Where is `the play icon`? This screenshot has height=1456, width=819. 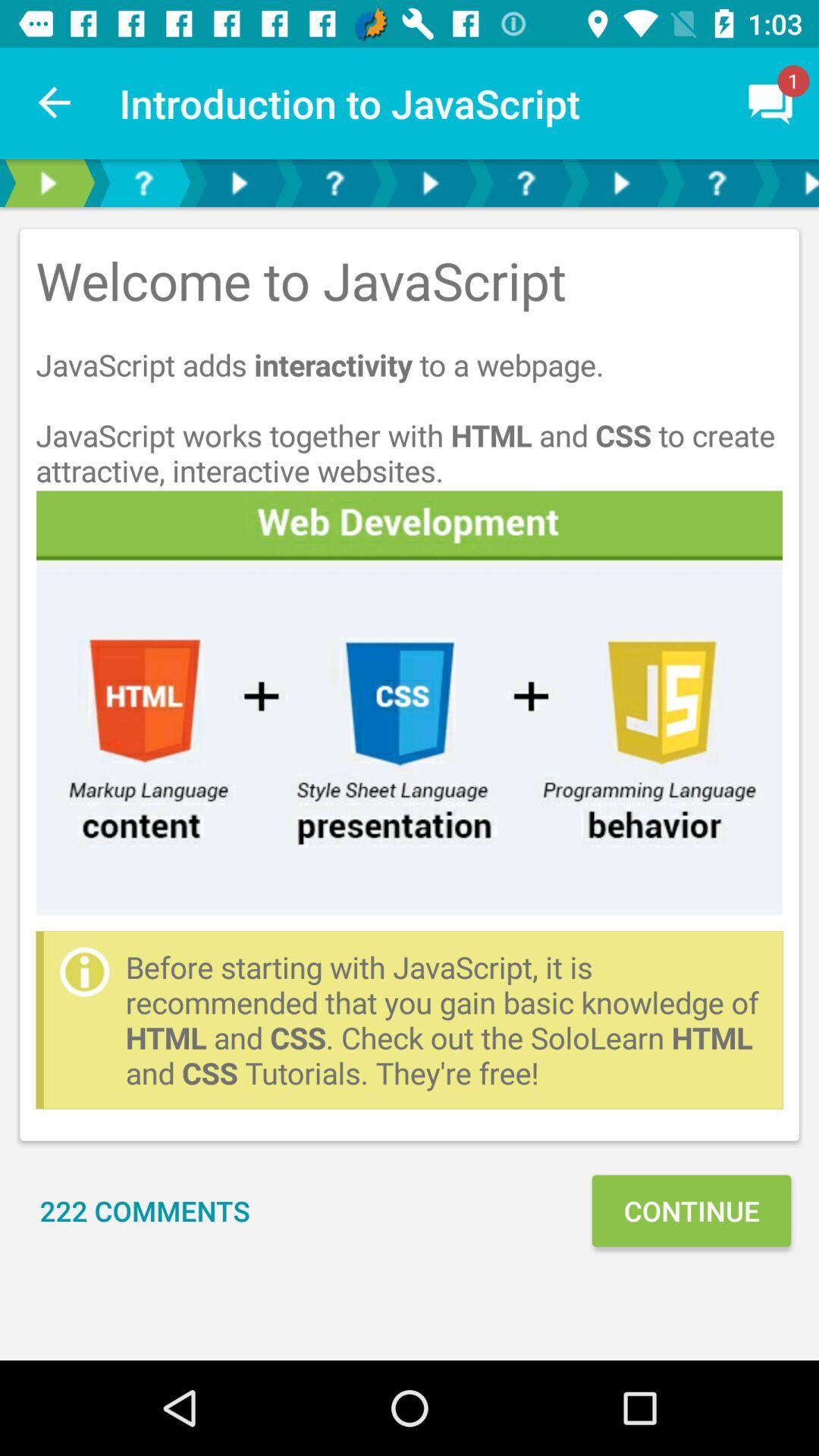
the play icon is located at coordinates (239, 182).